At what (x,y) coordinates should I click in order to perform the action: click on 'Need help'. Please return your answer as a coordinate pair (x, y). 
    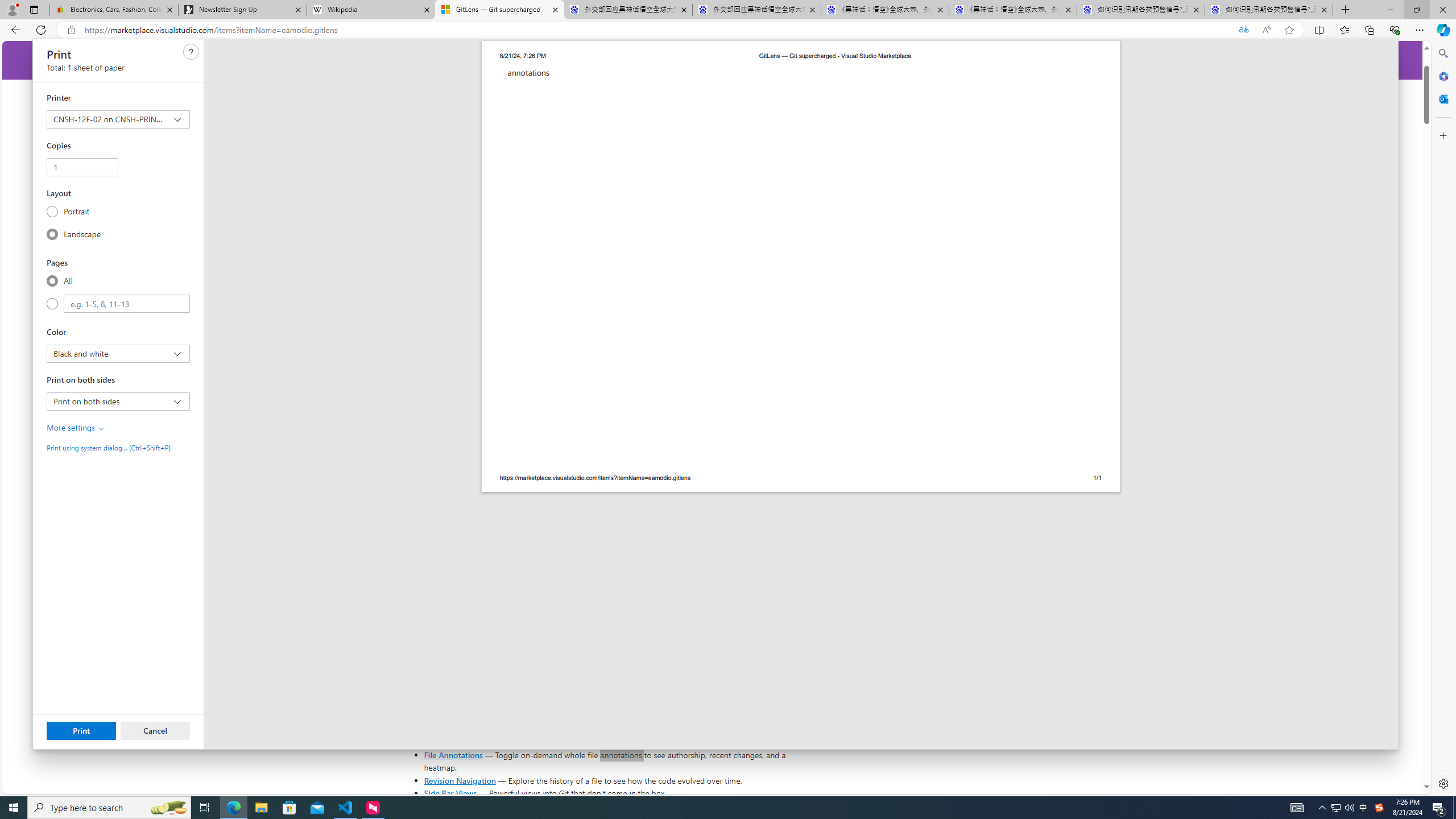
    Looking at the image, I should click on (191, 51).